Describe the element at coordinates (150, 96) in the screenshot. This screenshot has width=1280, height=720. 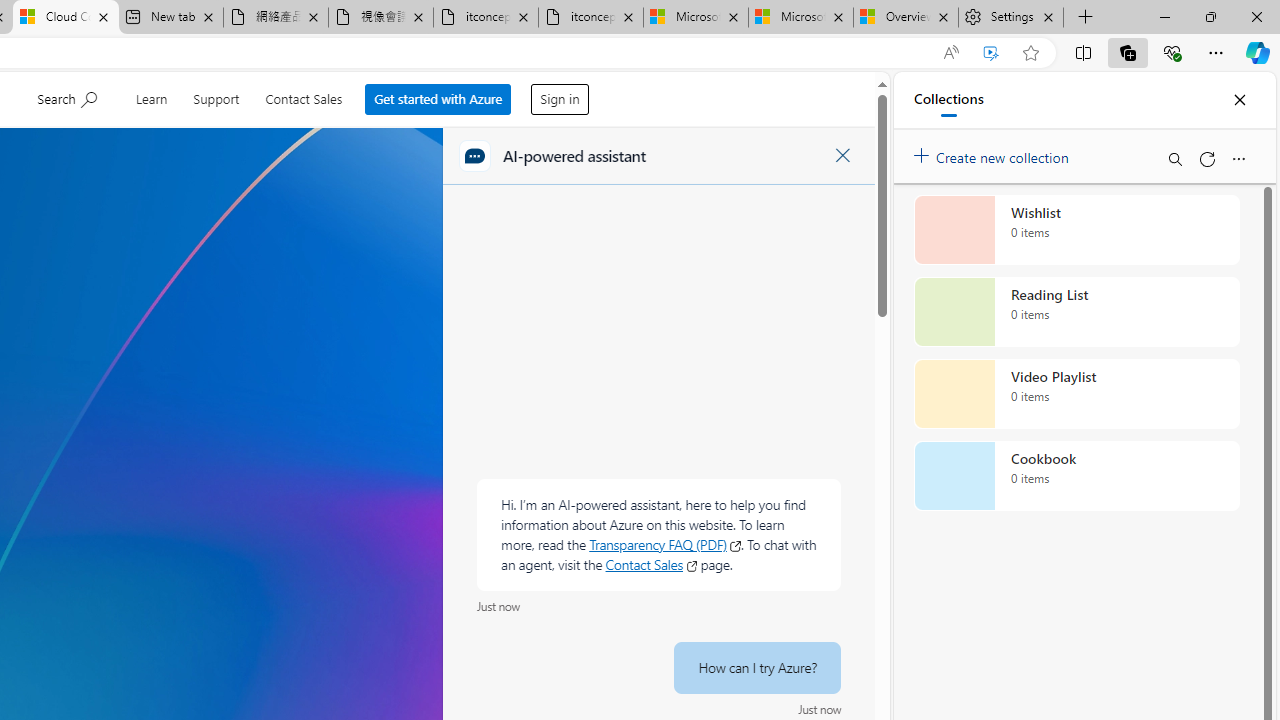
I see `'Learn'` at that location.